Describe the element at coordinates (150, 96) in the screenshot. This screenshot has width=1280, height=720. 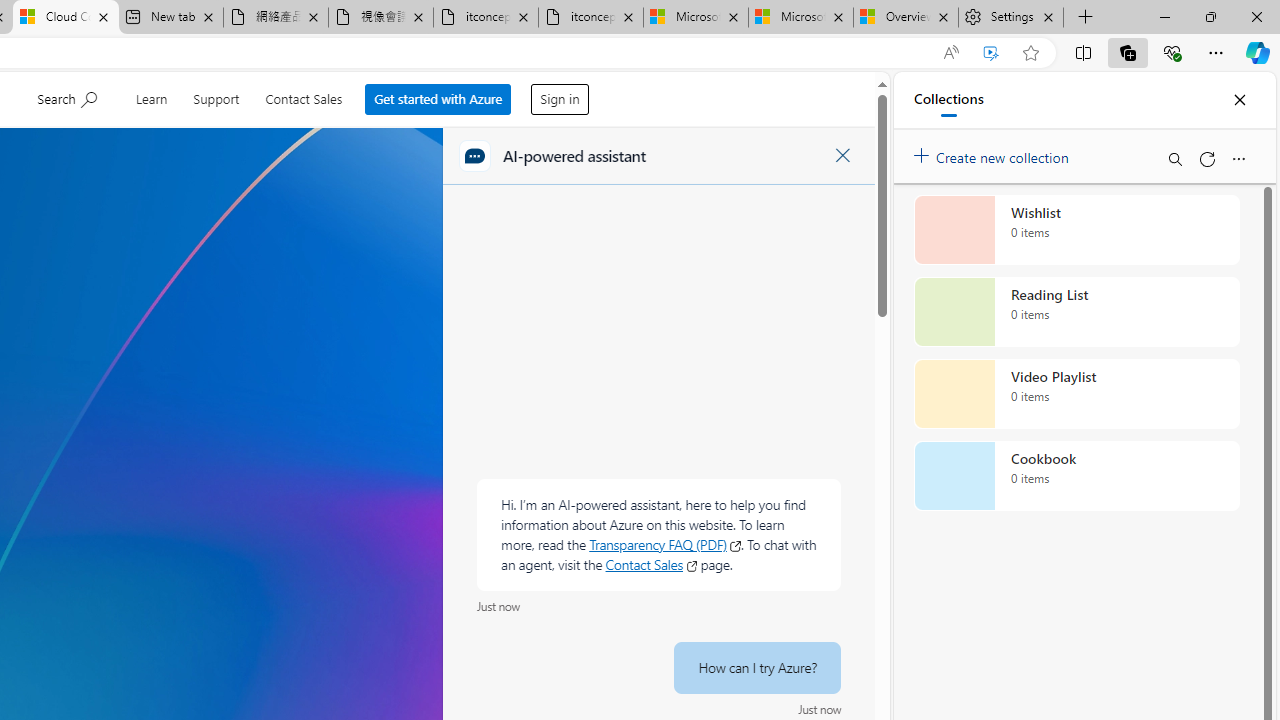
I see `'Learn'` at that location.